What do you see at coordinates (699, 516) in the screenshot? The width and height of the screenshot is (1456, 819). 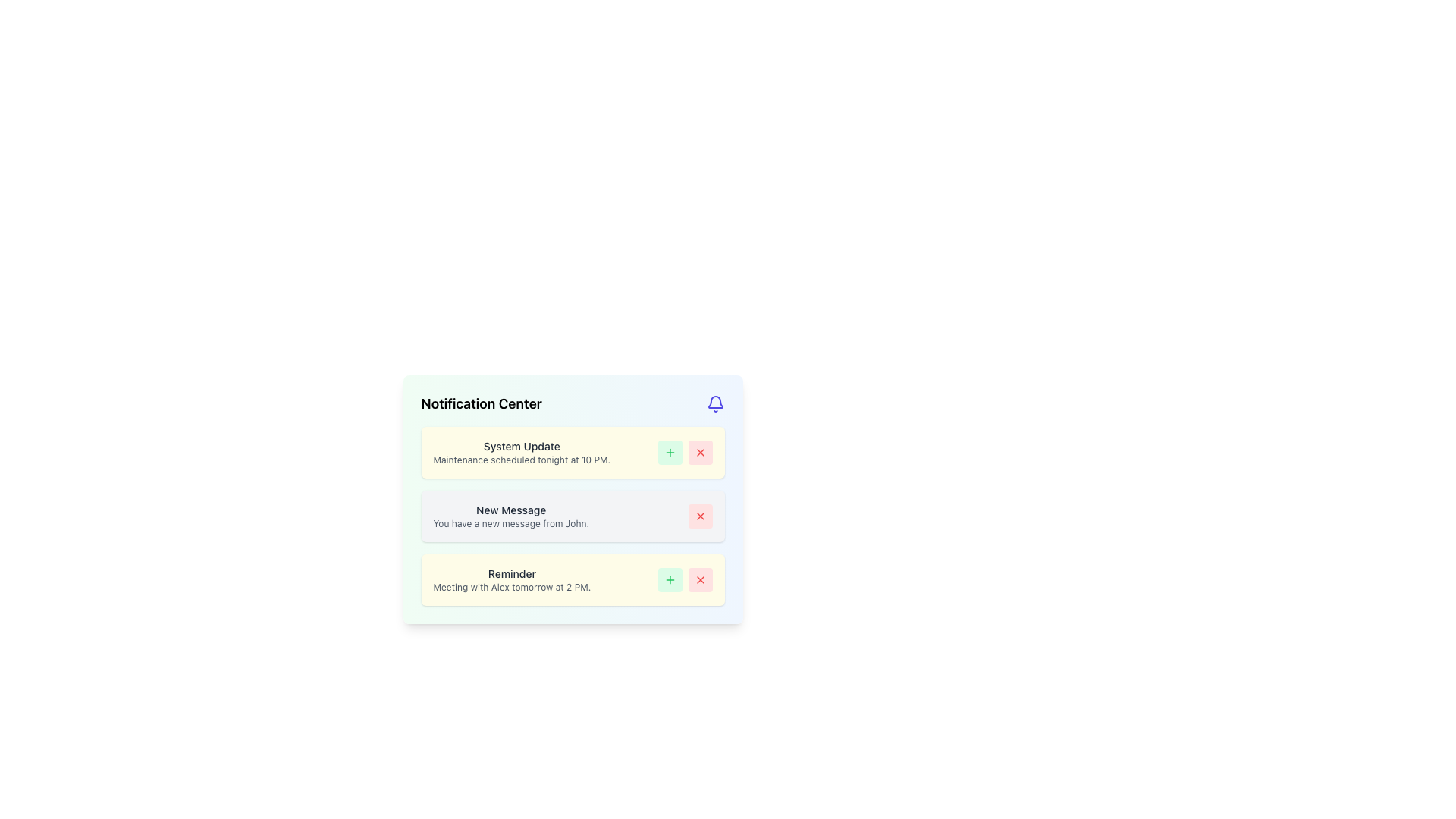 I see `the red 'X' button with a rounded square shape located in the bottom-right corner of the 'New Message' box in the notification panel` at bounding box center [699, 516].